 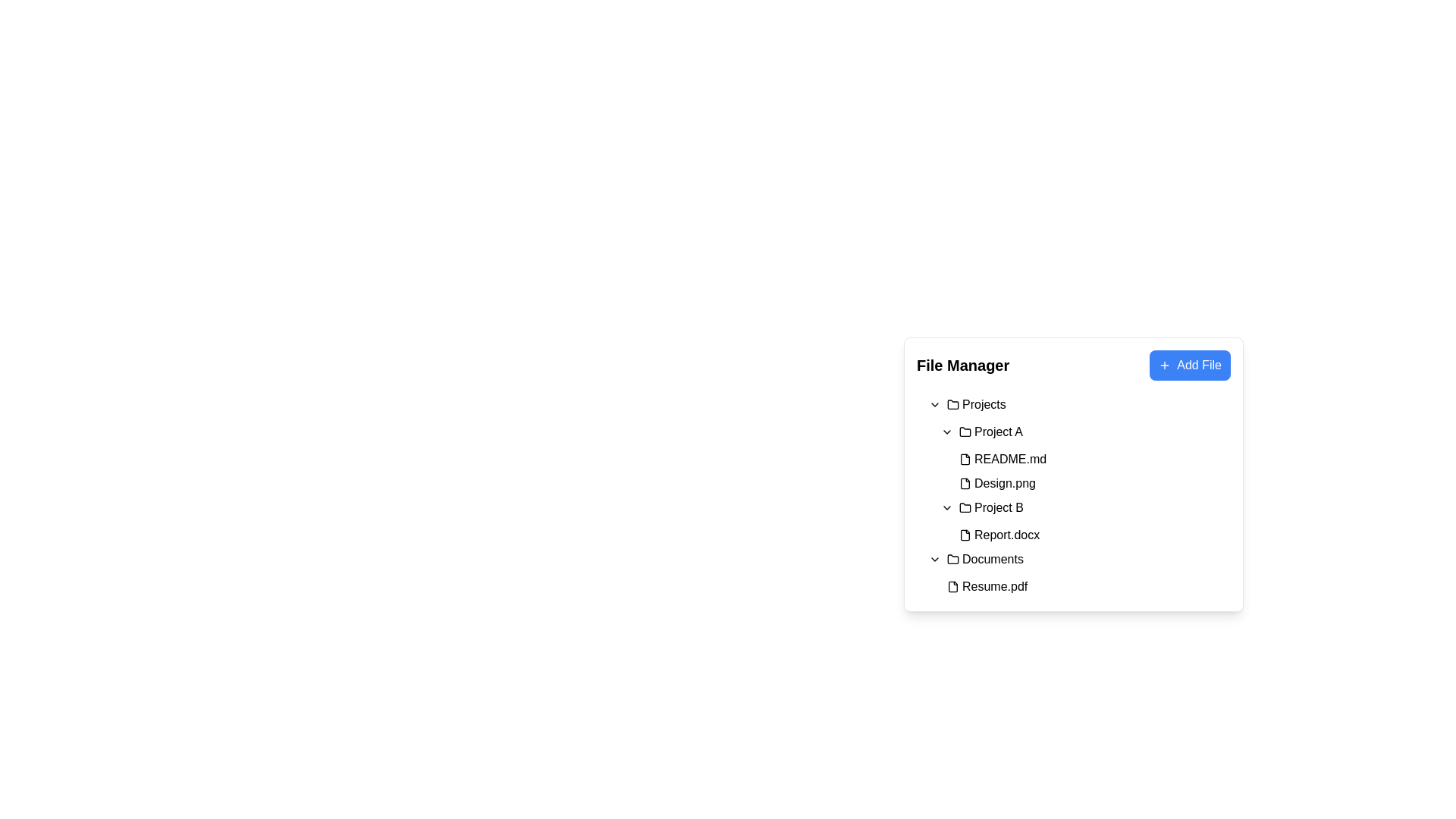 What do you see at coordinates (995, 586) in the screenshot?
I see `the text label indicating the file 'Resume.pdf'` at bounding box center [995, 586].